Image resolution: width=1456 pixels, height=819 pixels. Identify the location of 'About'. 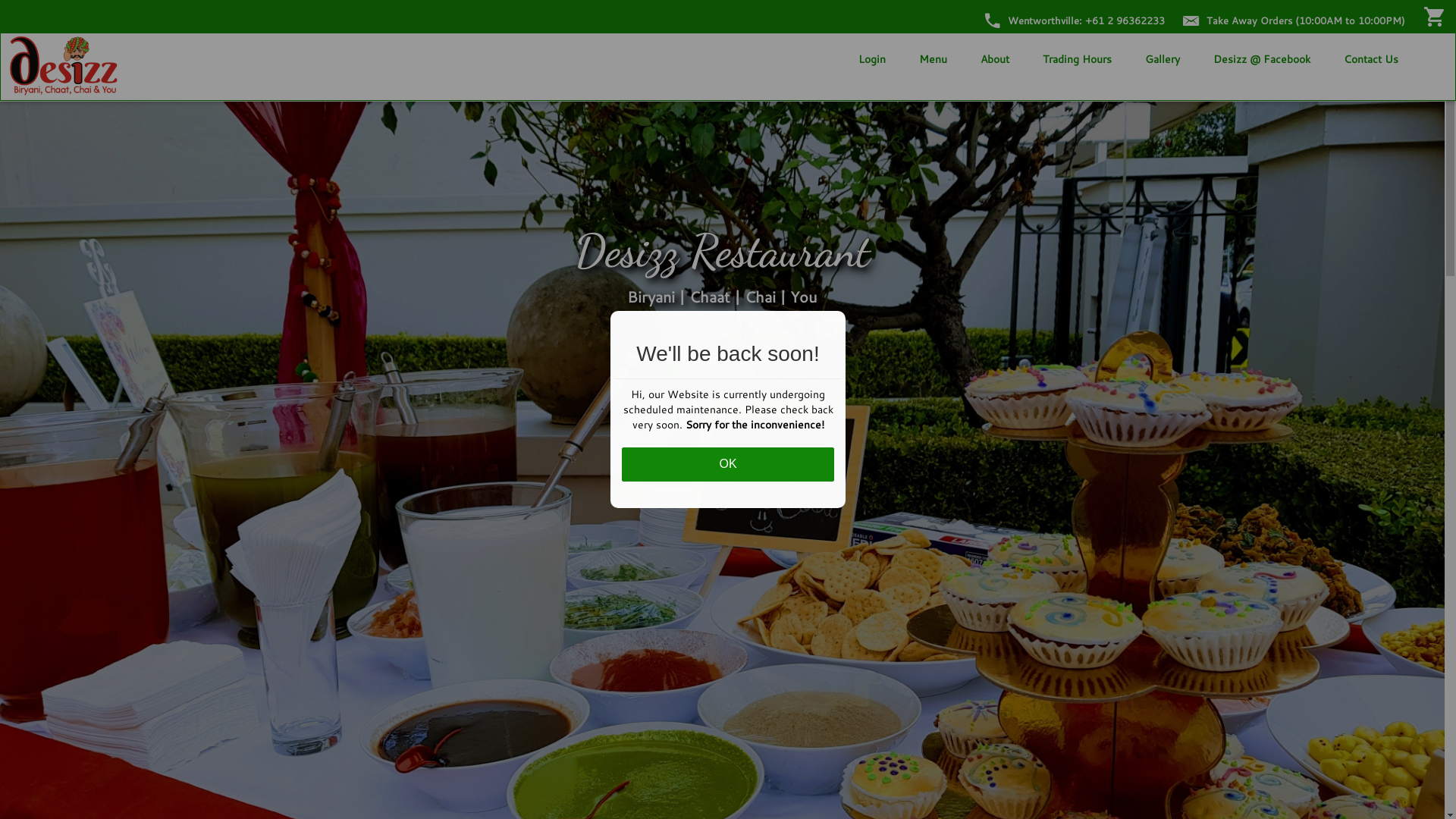
(994, 58).